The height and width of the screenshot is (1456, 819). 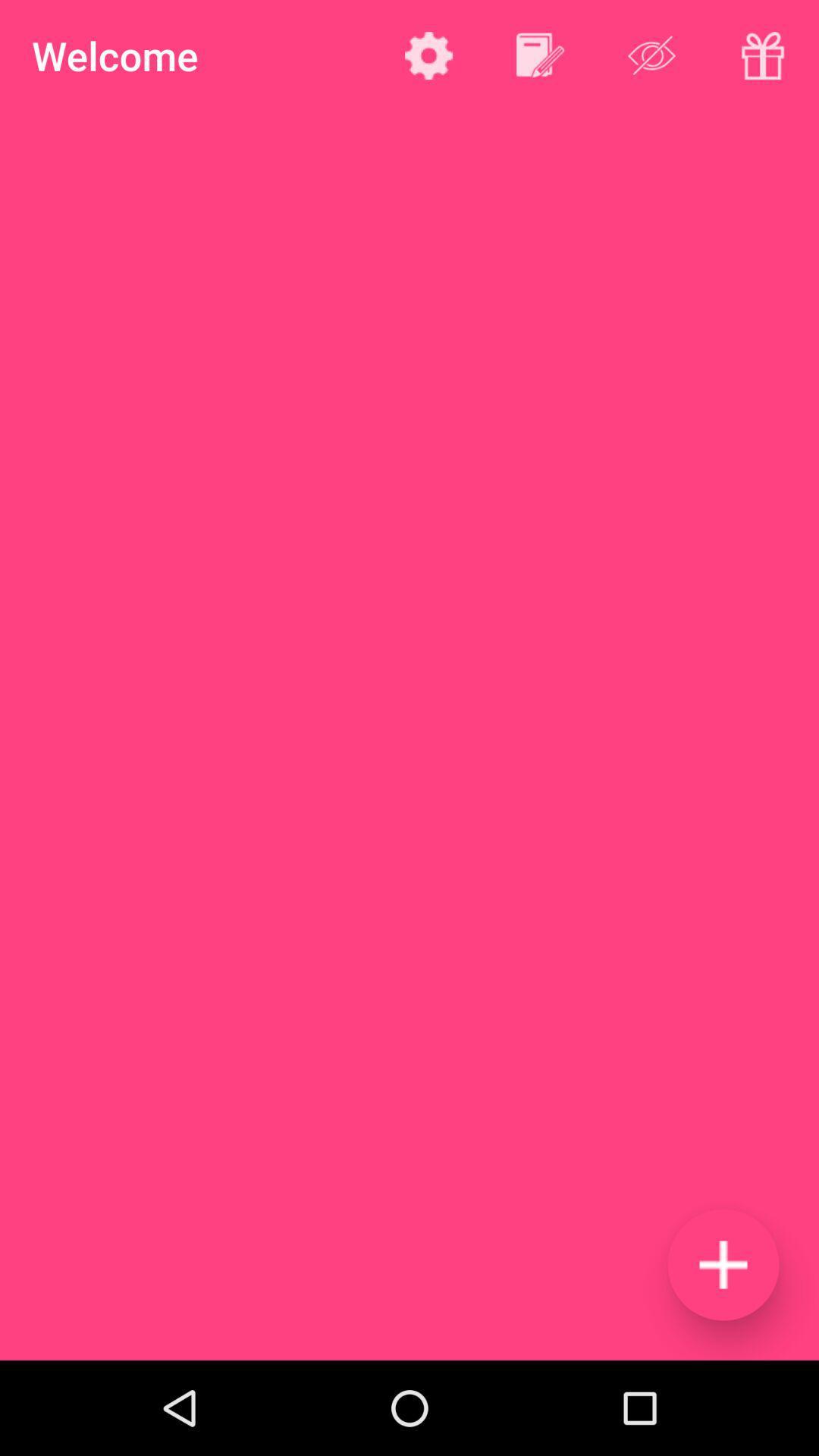 I want to click on hide information, so click(x=651, y=55).